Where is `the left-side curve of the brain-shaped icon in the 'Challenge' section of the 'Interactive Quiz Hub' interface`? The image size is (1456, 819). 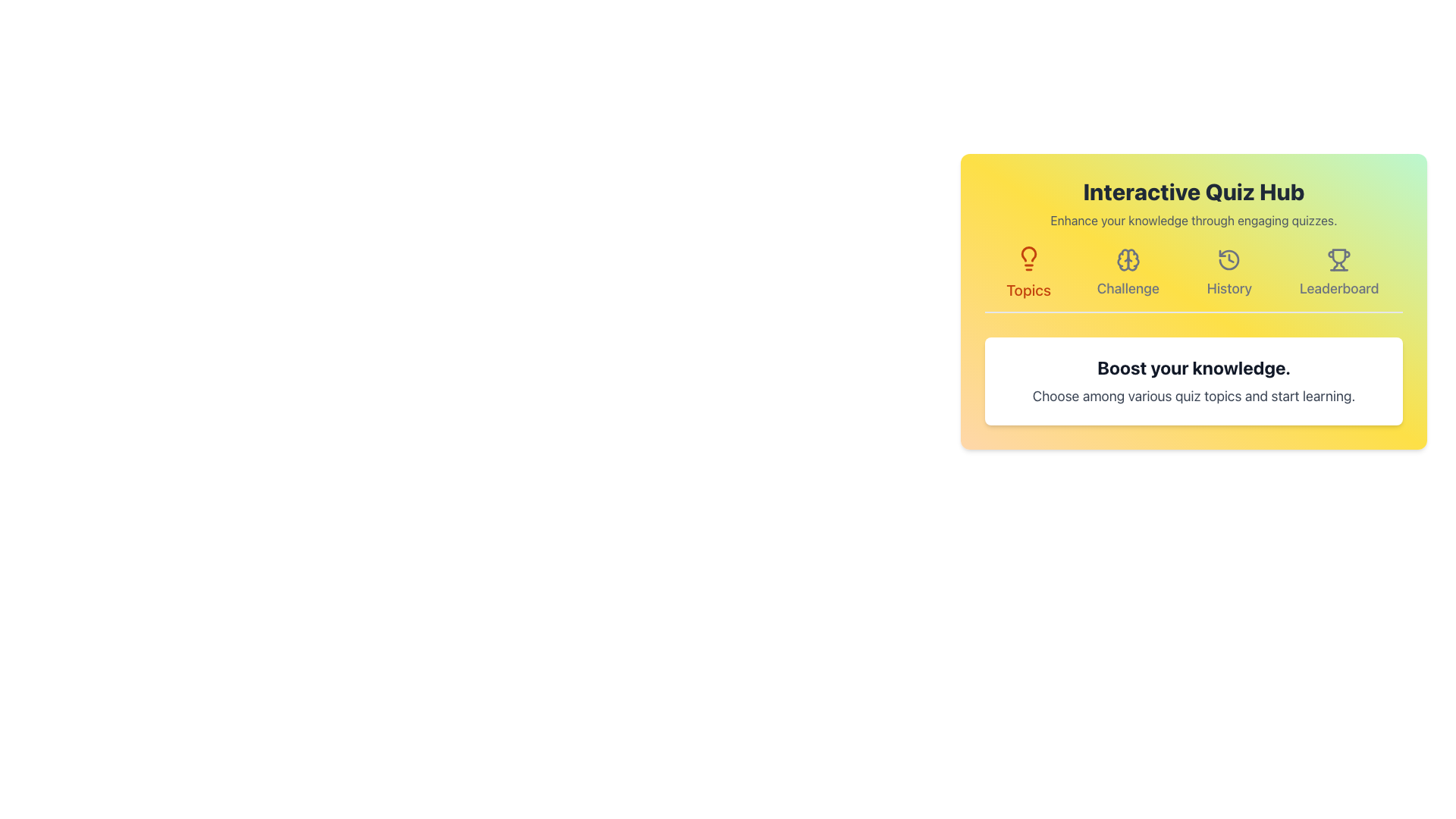
the left-side curve of the brain-shaped icon in the 'Challenge' section of the 'Interactive Quiz Hub' interface is located at coordinates (1123, 259).